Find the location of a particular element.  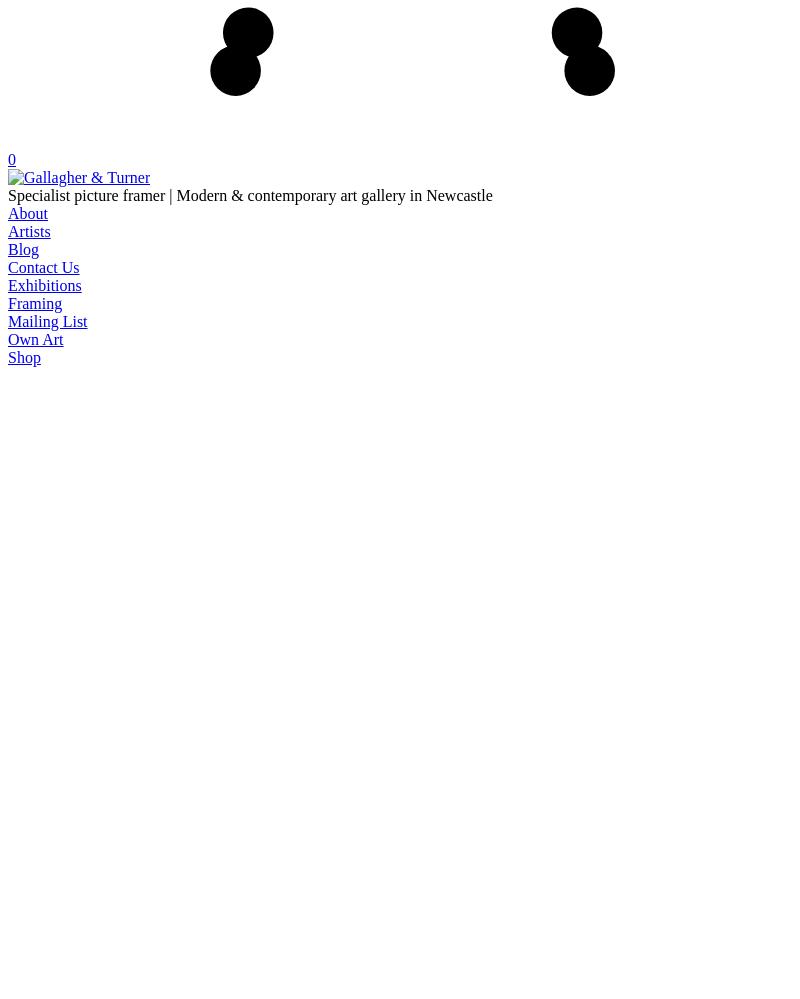

'Shop' is located at coordinates (24, 356).